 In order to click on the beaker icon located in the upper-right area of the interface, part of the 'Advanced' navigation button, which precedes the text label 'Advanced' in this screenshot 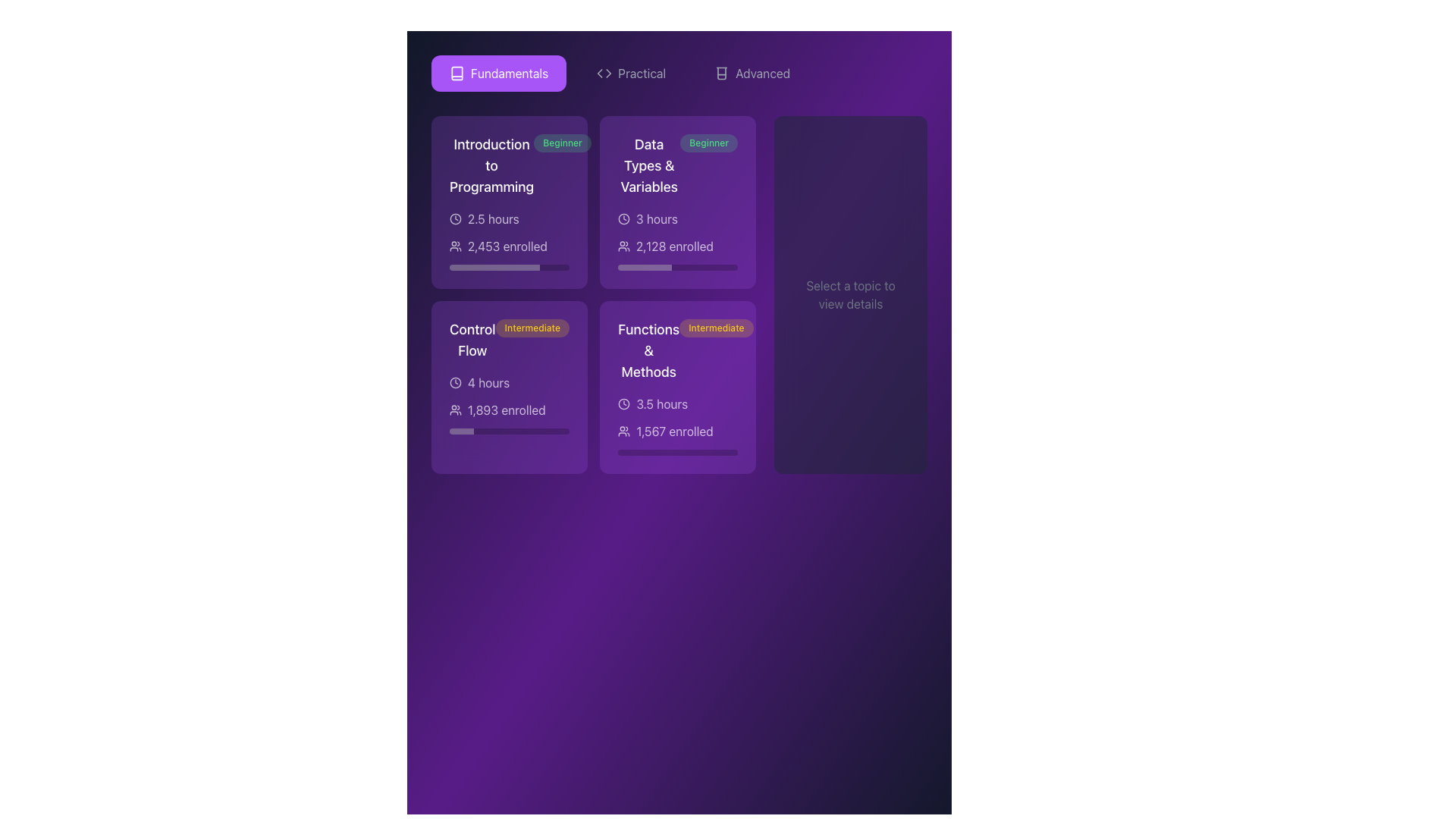, I will do `click(721, 73)`.